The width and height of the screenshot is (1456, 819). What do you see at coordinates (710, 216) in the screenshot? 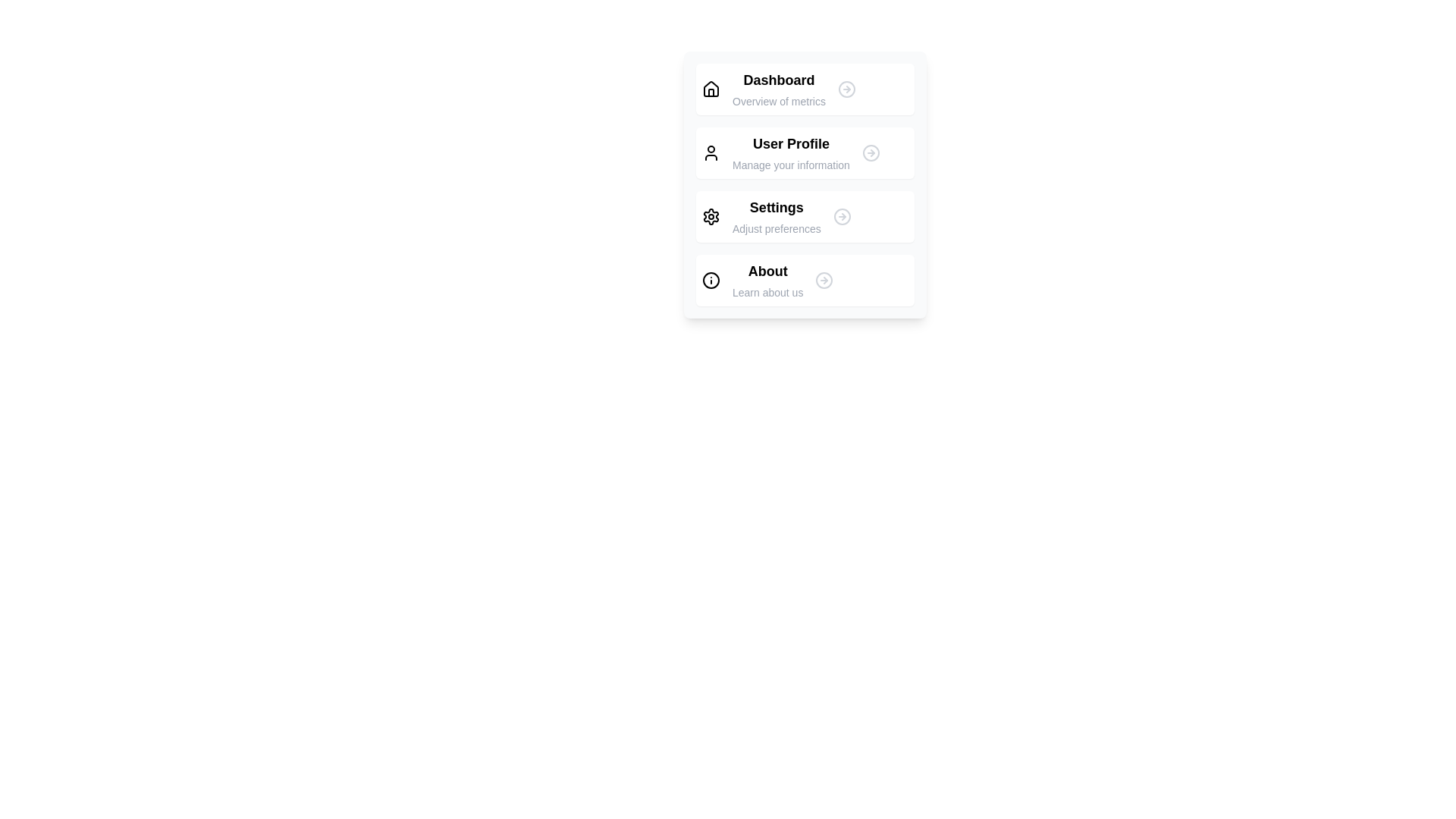
I see `the gear icon indicating settings, which is the first item in the vertical list of the 'Settings' menu entry` at bounding box center [710, 216].